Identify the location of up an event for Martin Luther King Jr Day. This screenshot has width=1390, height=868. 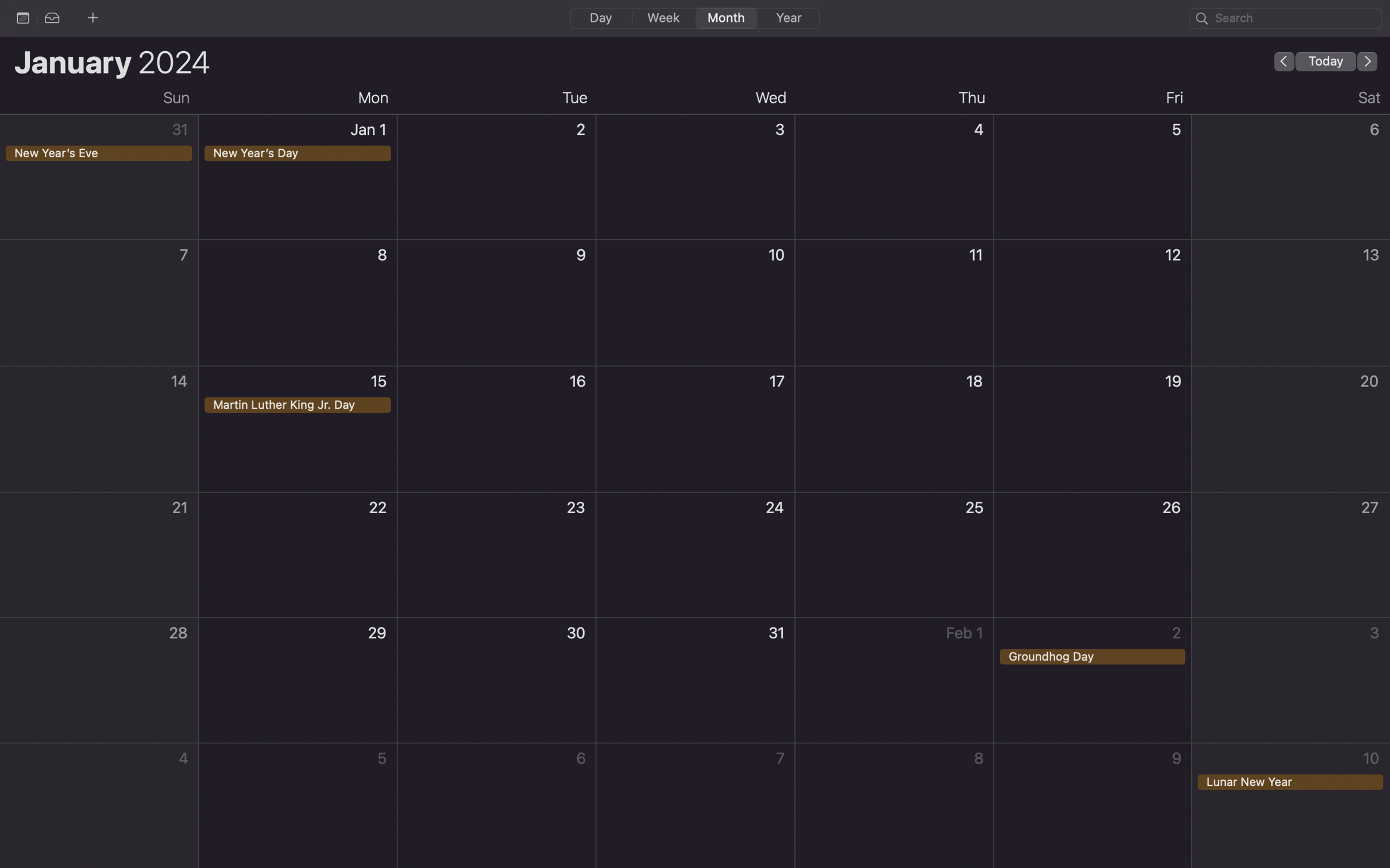
(299, 427).